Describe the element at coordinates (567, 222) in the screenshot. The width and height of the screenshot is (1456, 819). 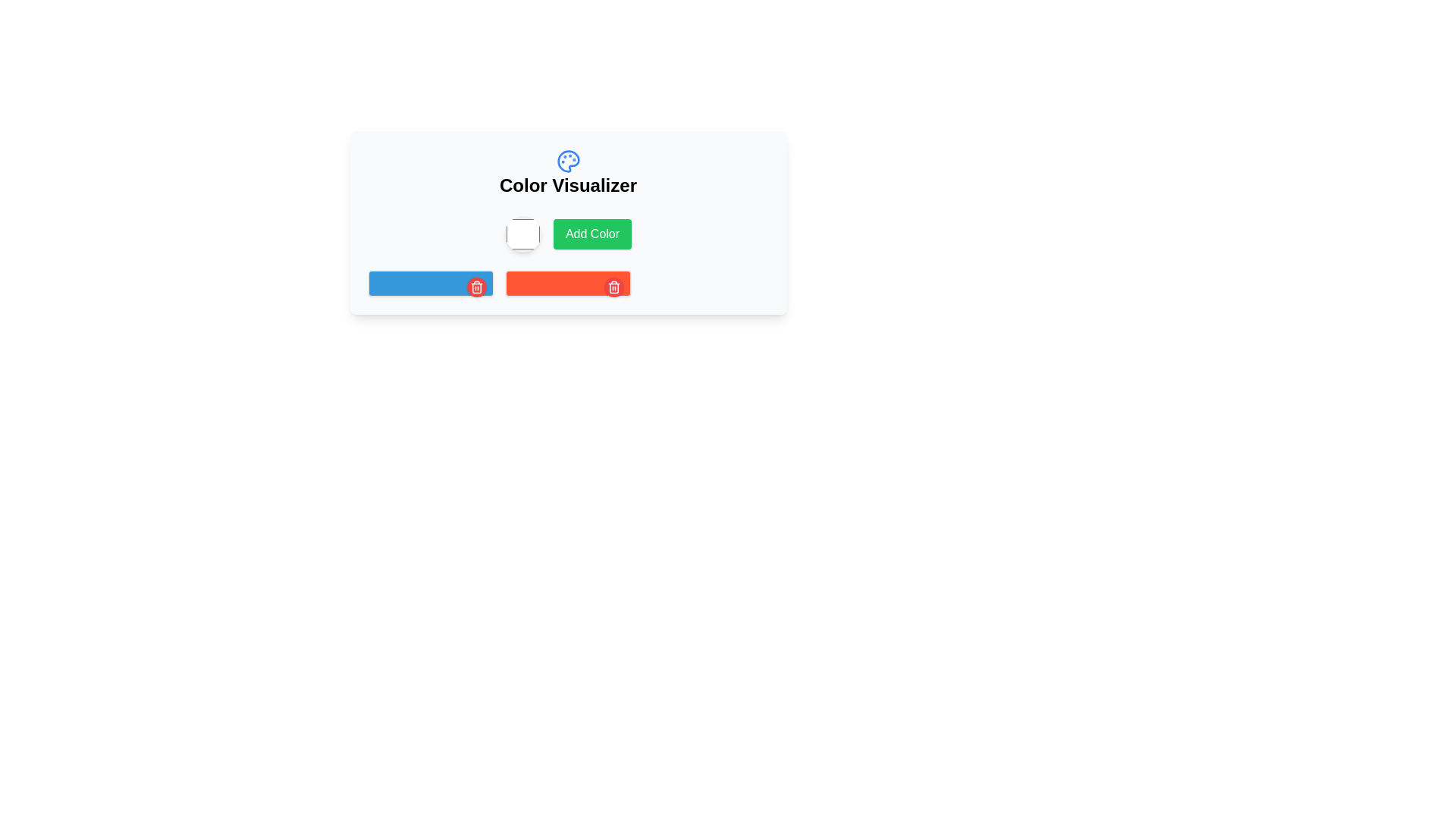
I see `the 'Add Color' button, which is a rectangular button with a green background and white text, positioned below the circular color picker` at that location.